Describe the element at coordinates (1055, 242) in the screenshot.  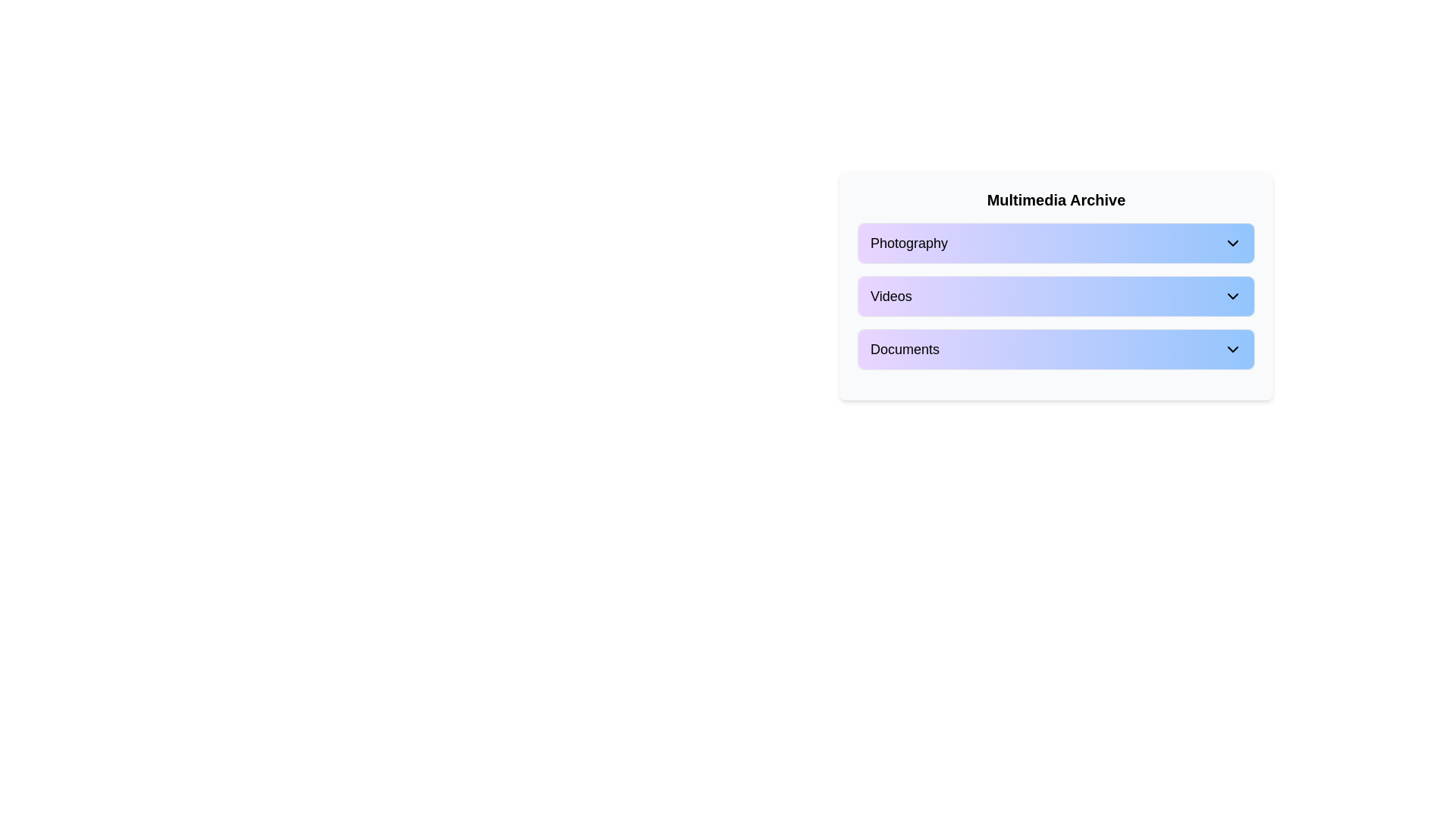
I see `the 'Photography' dropdown button located at the top of the 'Multimedia Archive' section` at that location.